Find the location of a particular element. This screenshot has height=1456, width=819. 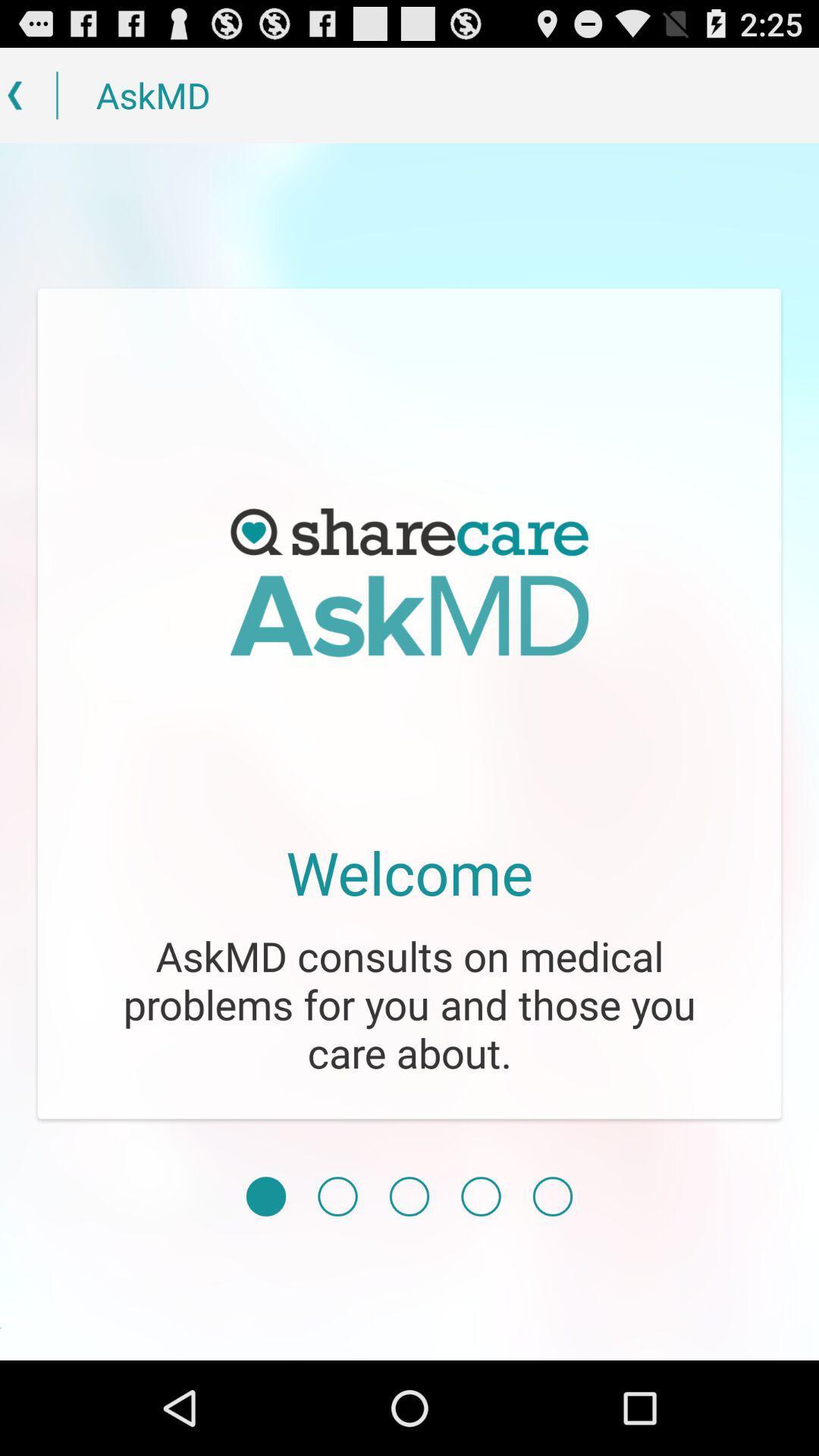

last is located at coordinates (553, 1196).